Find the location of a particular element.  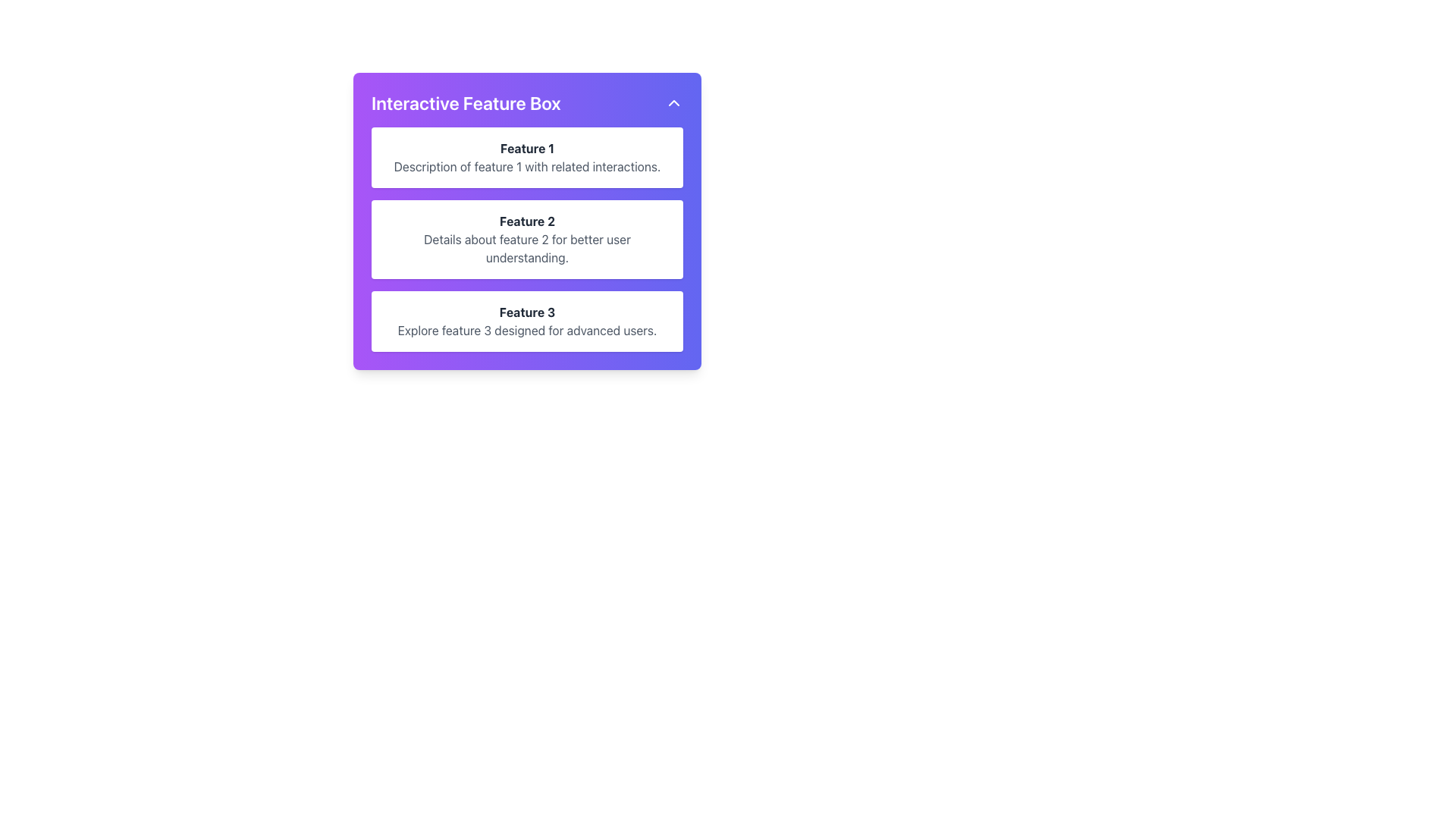

text element that displays 'Description of feature 1 with related interactions.' located within the white card below the heading 'Feature 1' is located at coordinates (527, 166).